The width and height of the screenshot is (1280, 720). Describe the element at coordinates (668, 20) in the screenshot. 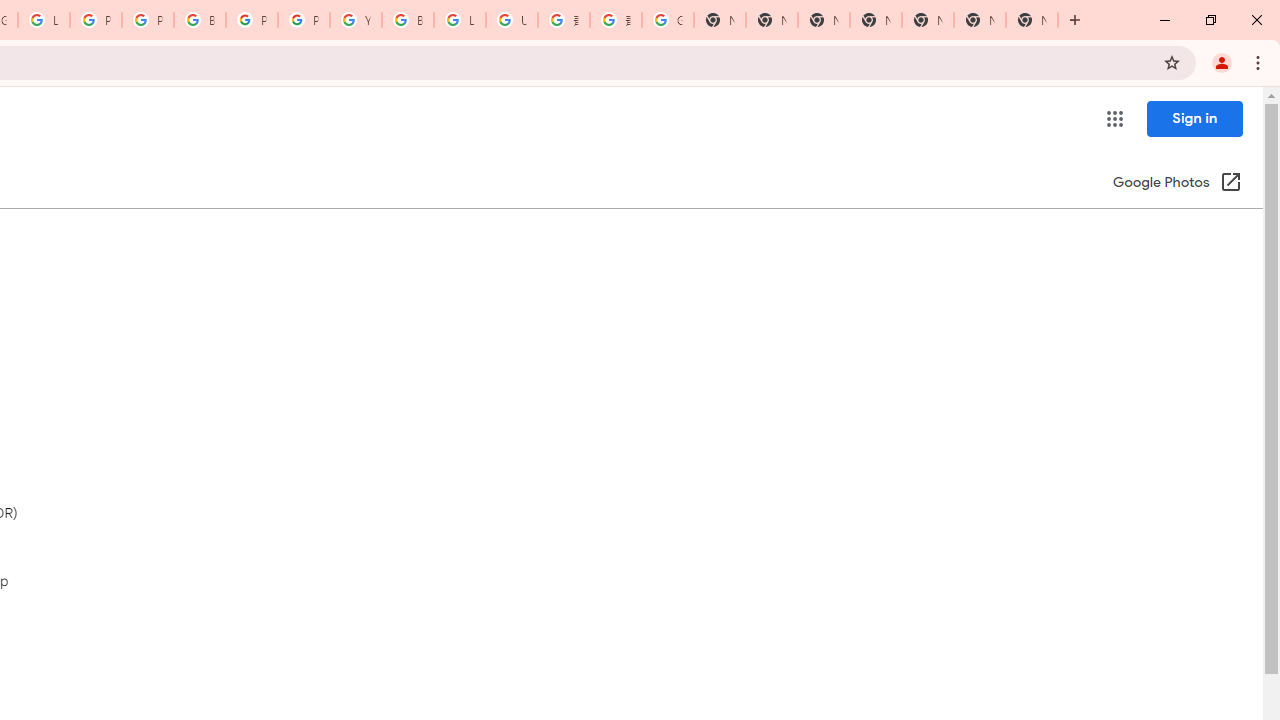

I see `'Google Images'` at that location.